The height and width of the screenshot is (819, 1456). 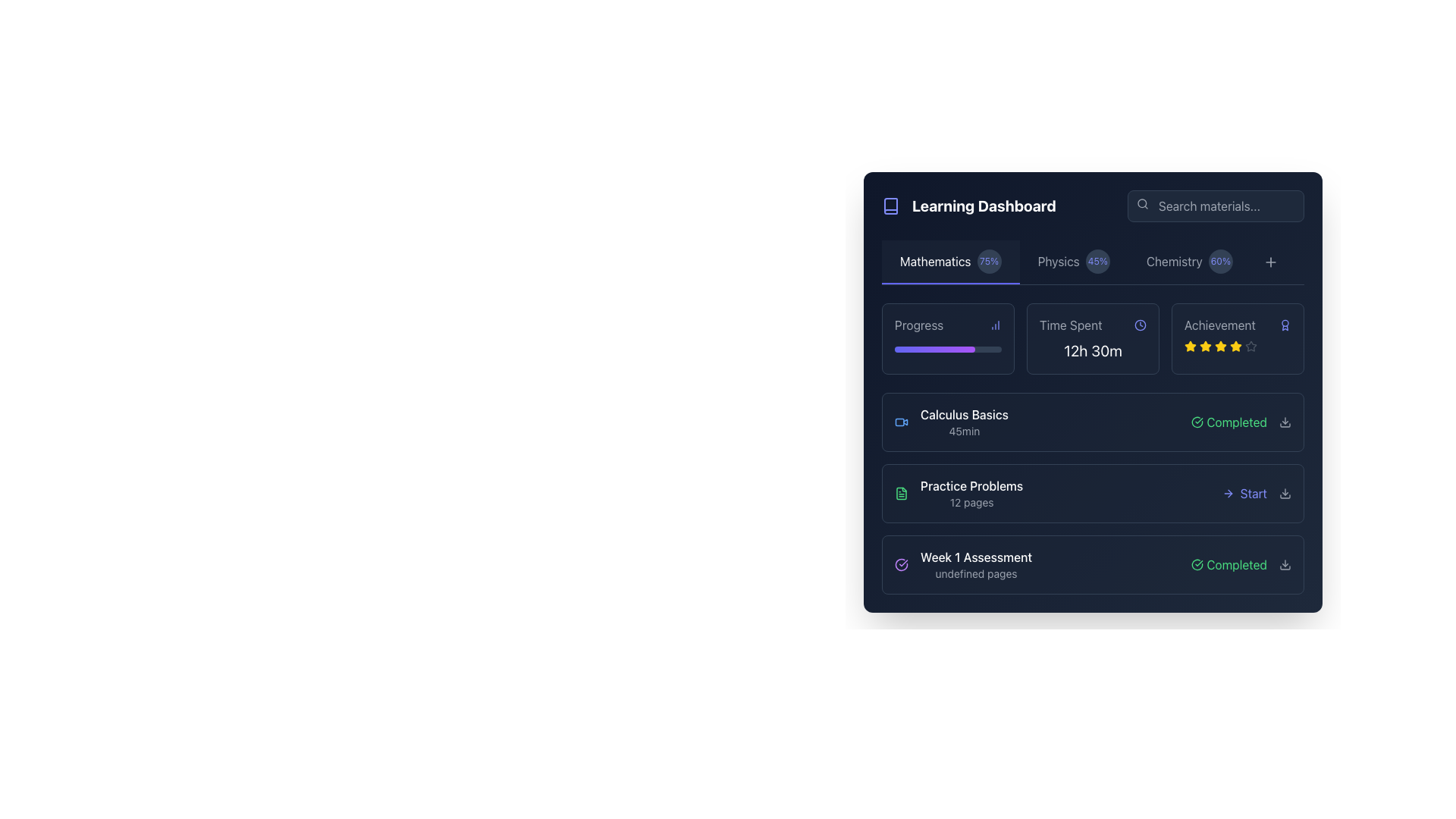 What do you see at coordinates (1220, 346) in the screenshot?
I see `the second star icon in the achievements row, which indicates an active or earned star representing a level of accomplishment` at bounding box center [1220, 346].